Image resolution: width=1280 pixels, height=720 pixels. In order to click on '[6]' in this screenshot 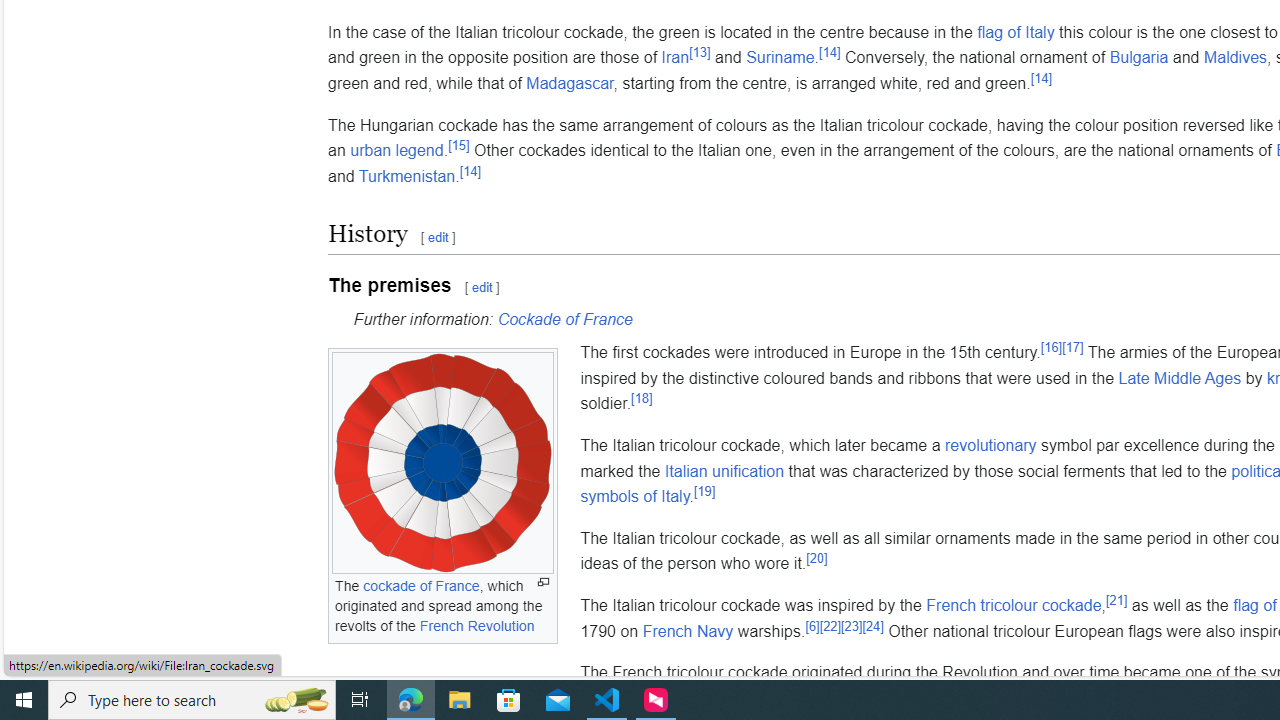, I will do `click(812, 625)`.